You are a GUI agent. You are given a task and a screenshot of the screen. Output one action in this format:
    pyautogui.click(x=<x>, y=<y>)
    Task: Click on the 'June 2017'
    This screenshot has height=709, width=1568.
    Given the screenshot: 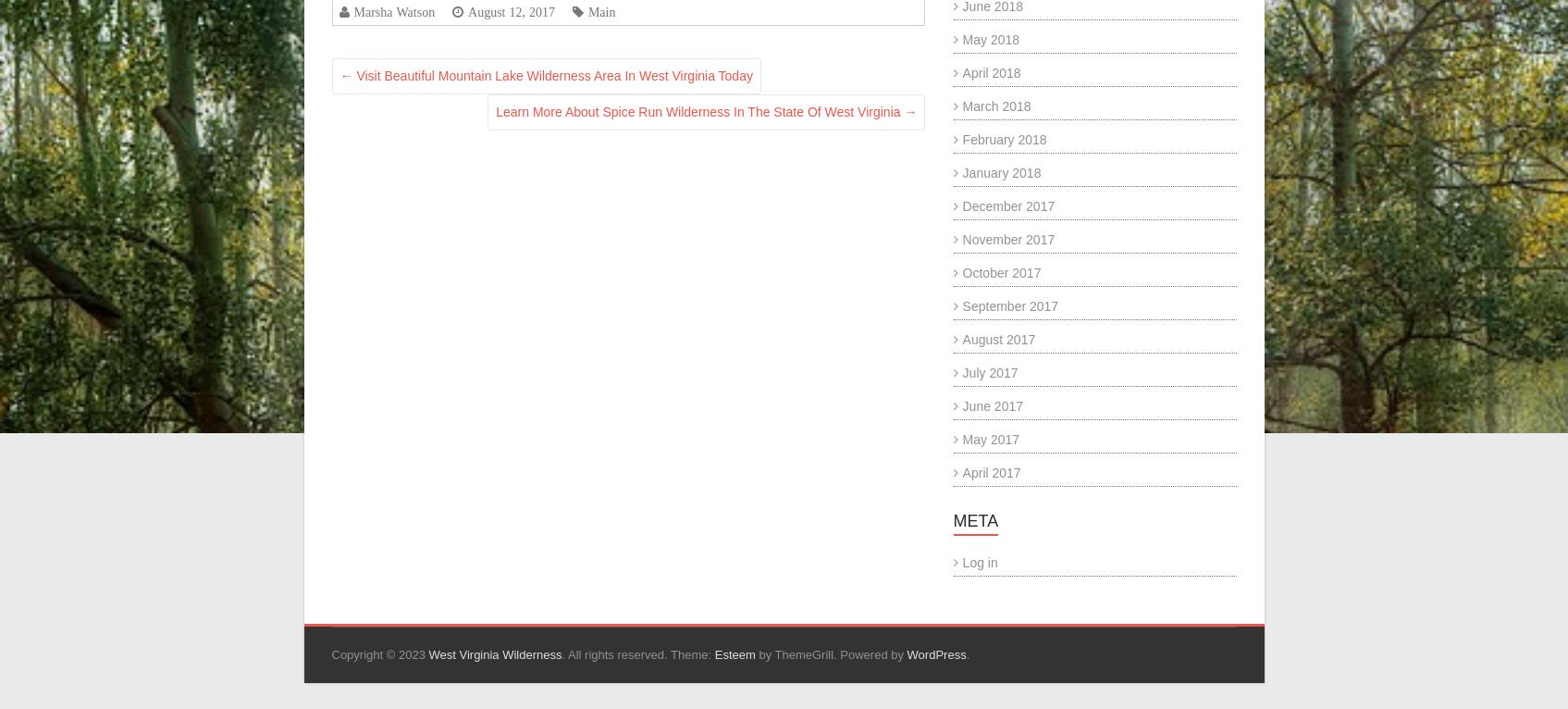 What is the action you would take?
    pyautogui.click(x=992, y=405)
    